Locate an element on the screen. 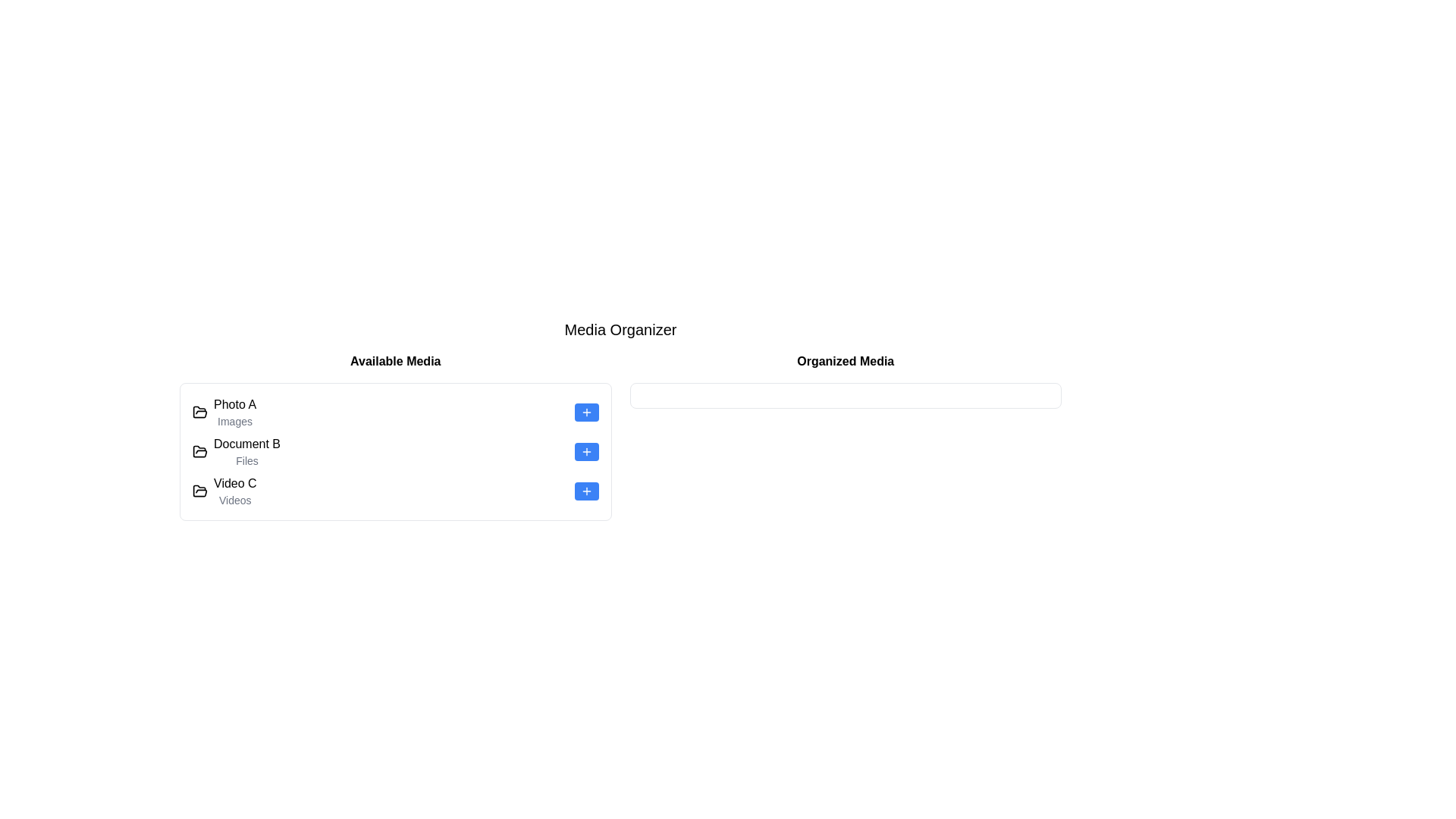  the non-interactive text label identifying the media item as 'Document B', located in the second row under the 'Available Media' column is located at coordinates (247, 444).